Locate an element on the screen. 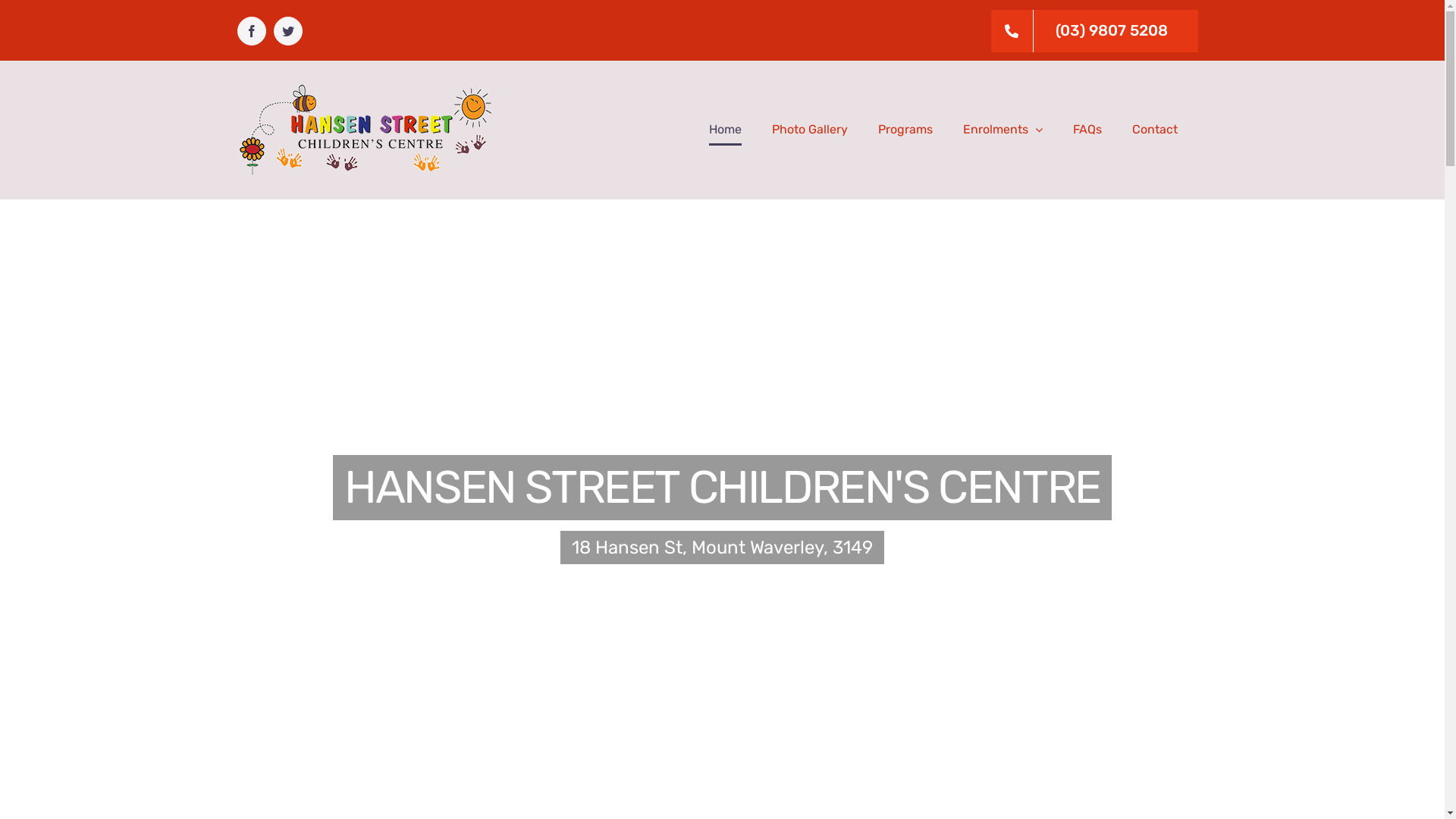  'Photo Gallery' is located at coordinates (808, 128).